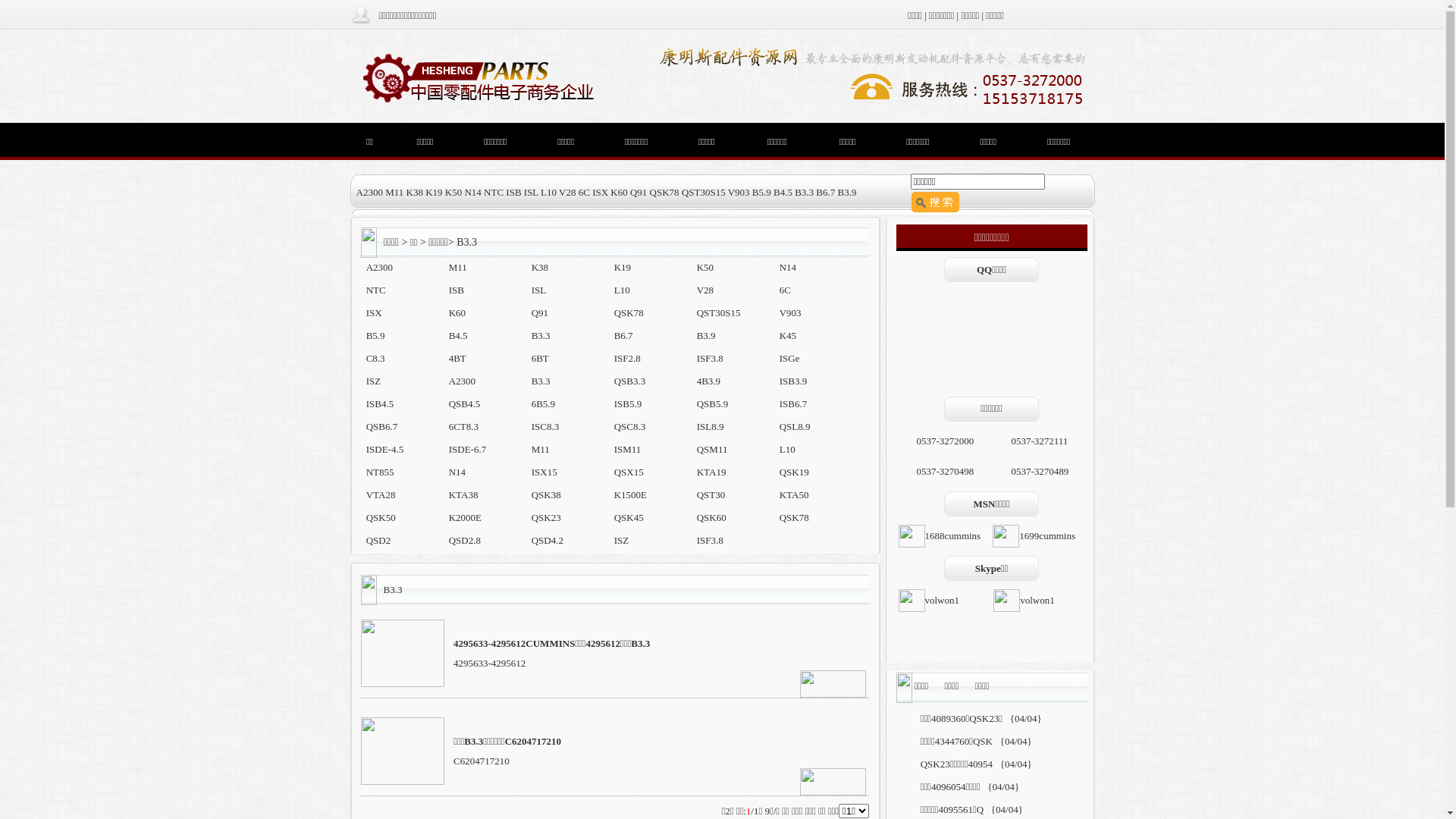 The image size is (1456, 819). I want to click on 'K45', so click(787, 334).